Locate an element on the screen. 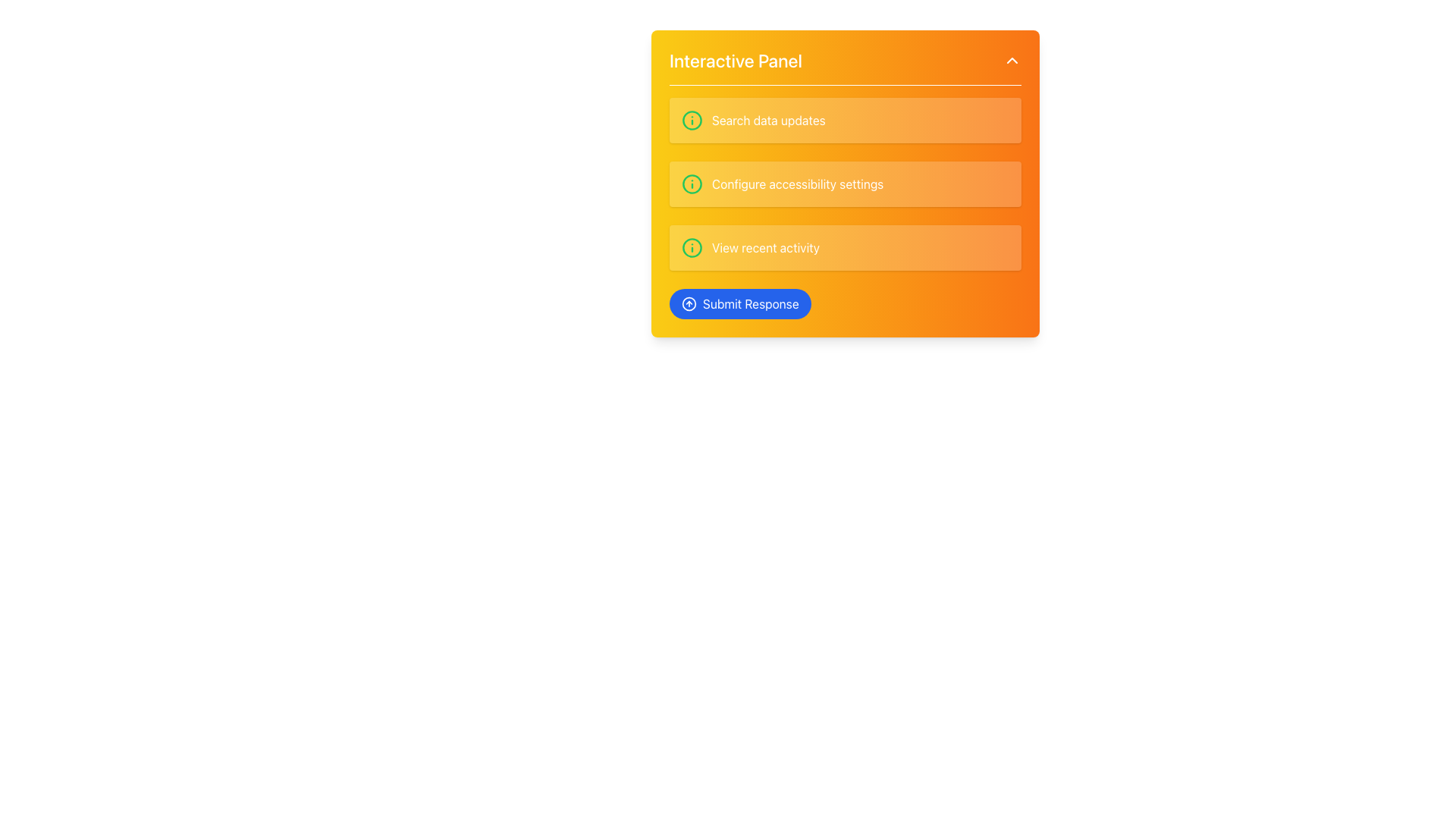  the Static Text Label that conveys the purpose related to 'Search data updates', which is the first entry in a vertically stacked list and aligned centrally next to a green icon is located at coordinates (768, 119).